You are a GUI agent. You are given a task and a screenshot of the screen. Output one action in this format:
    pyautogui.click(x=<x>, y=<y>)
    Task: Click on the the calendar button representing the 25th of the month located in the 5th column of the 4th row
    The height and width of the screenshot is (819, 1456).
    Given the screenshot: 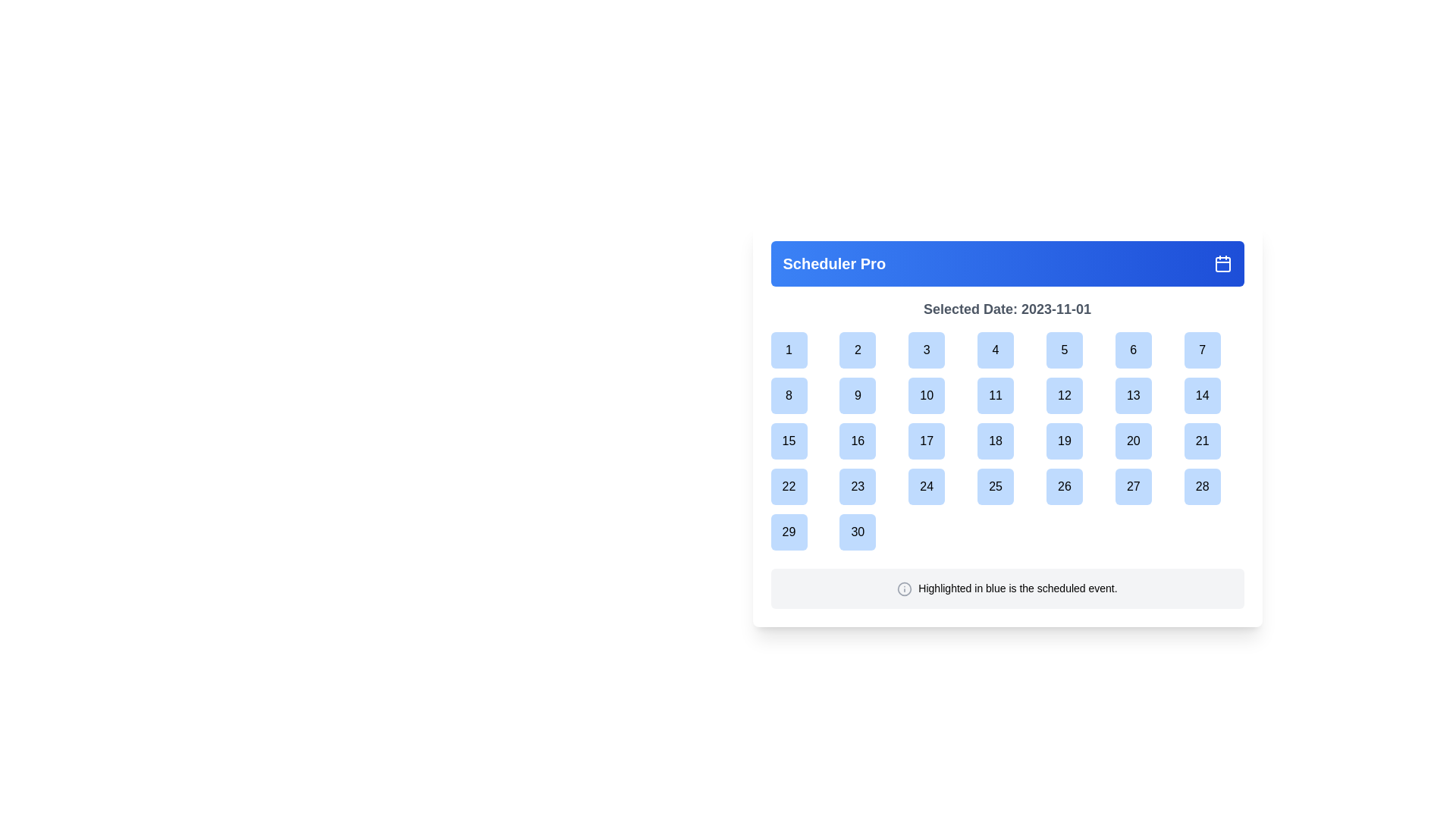 What is the action you would take?
    pyautogui.click(x=1007, y=486)
    